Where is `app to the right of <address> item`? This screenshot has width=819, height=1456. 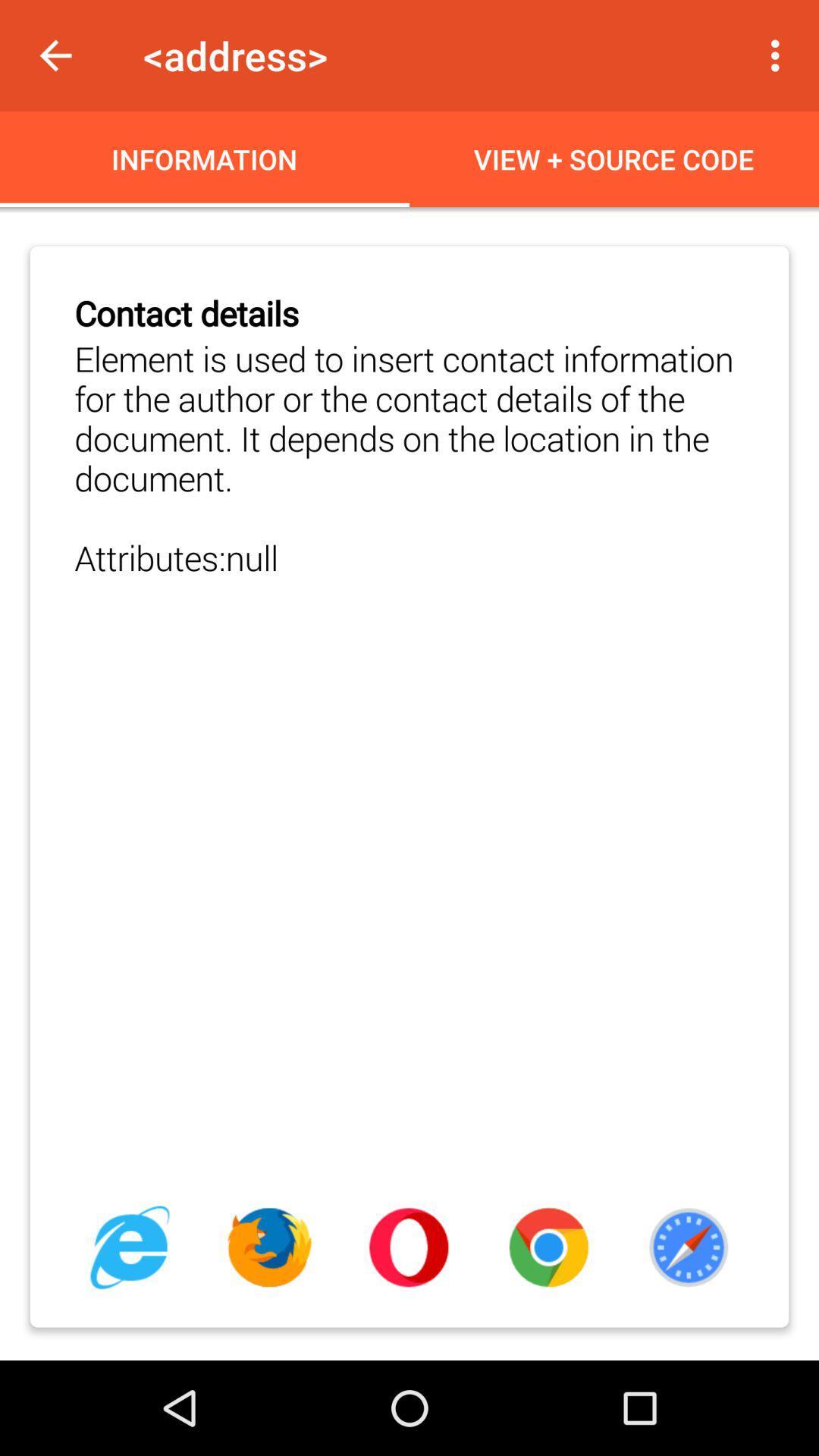 app to the right of <address> item is located at coordinates (779, 55).